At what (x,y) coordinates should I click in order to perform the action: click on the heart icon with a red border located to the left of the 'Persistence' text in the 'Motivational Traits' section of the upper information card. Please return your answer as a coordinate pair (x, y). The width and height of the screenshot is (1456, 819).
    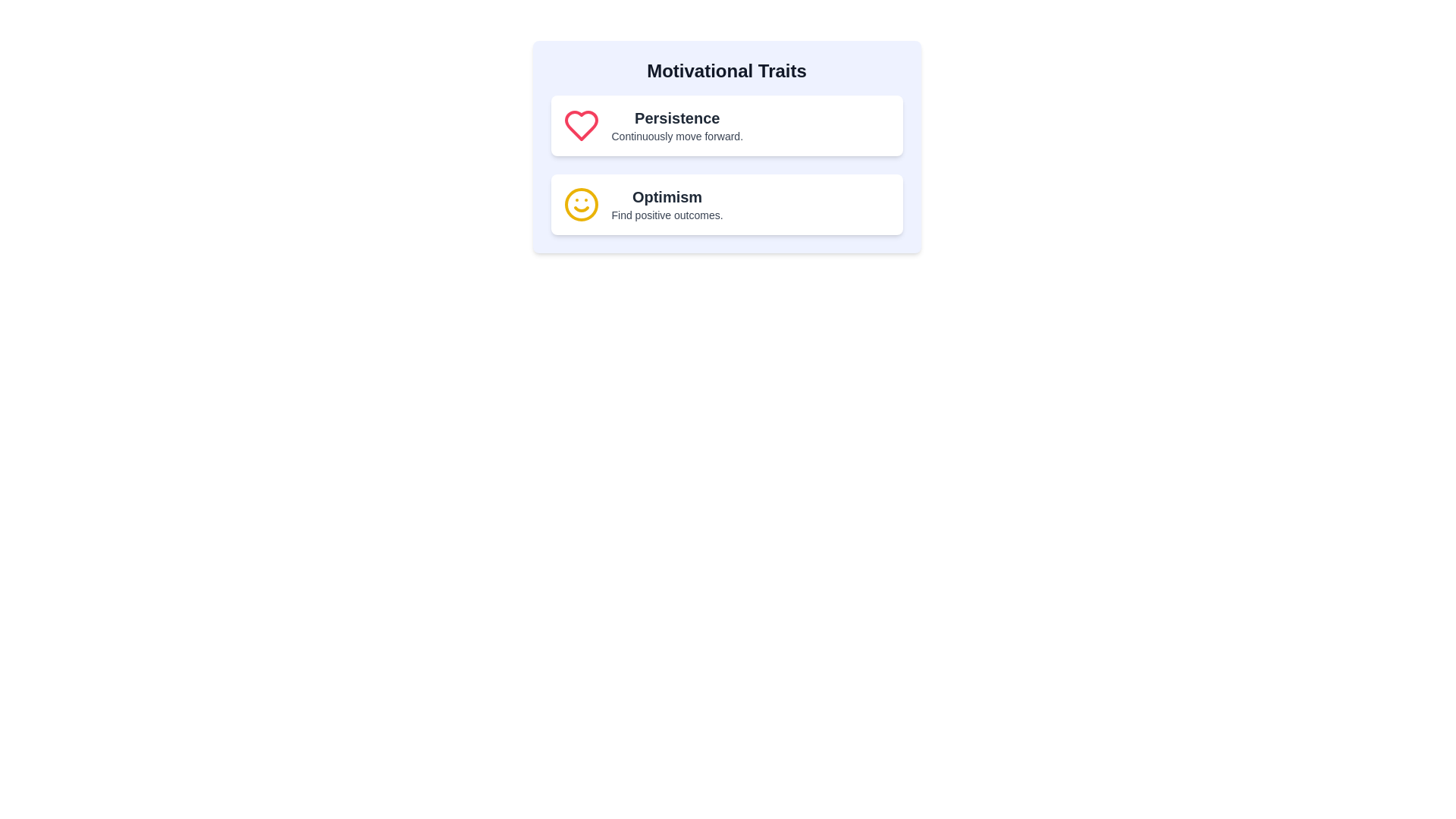
    Looking at the image, I should click on (580, 124).